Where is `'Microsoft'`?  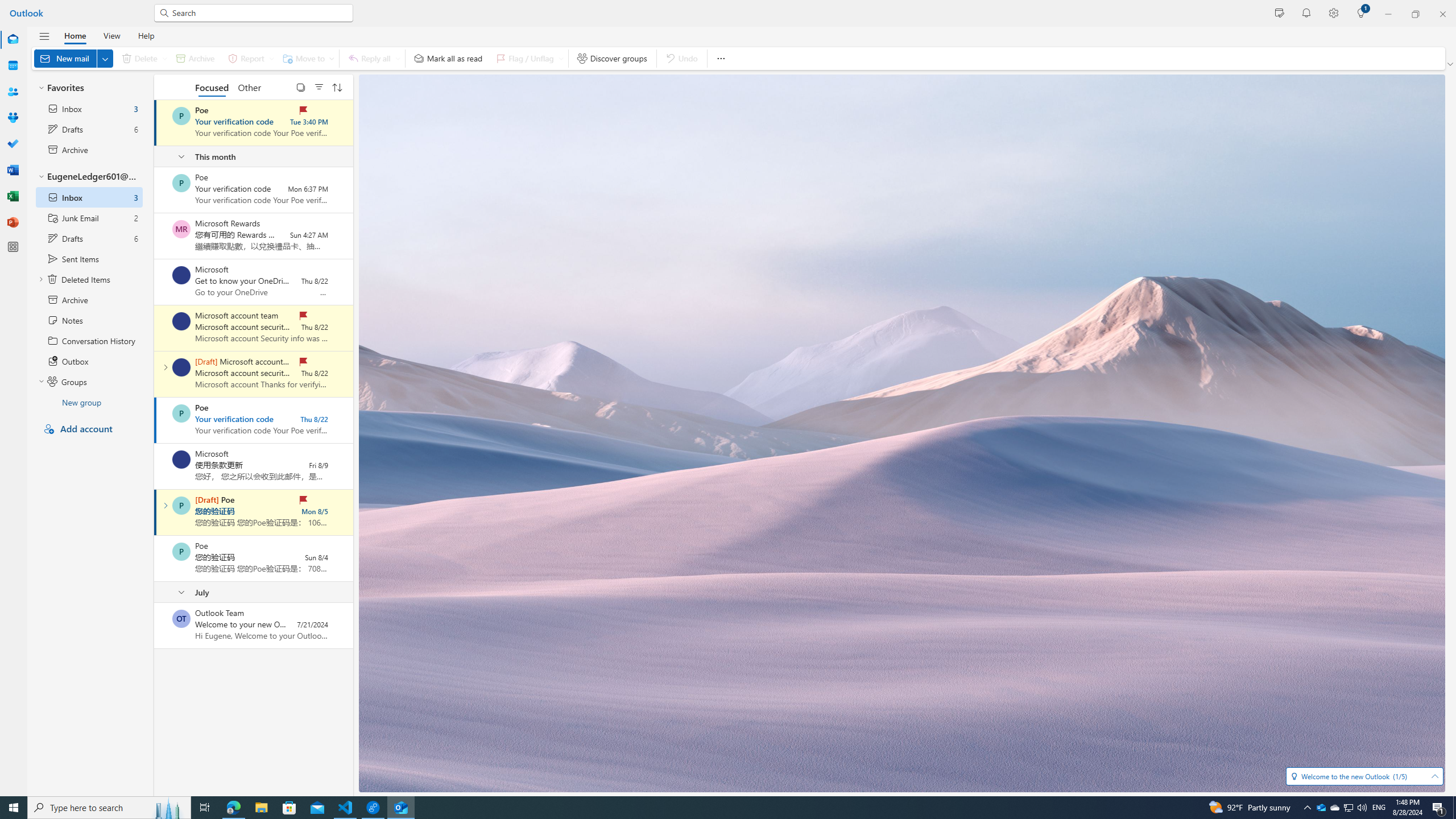
'Microsoft' is located at coordinates (180, 459).